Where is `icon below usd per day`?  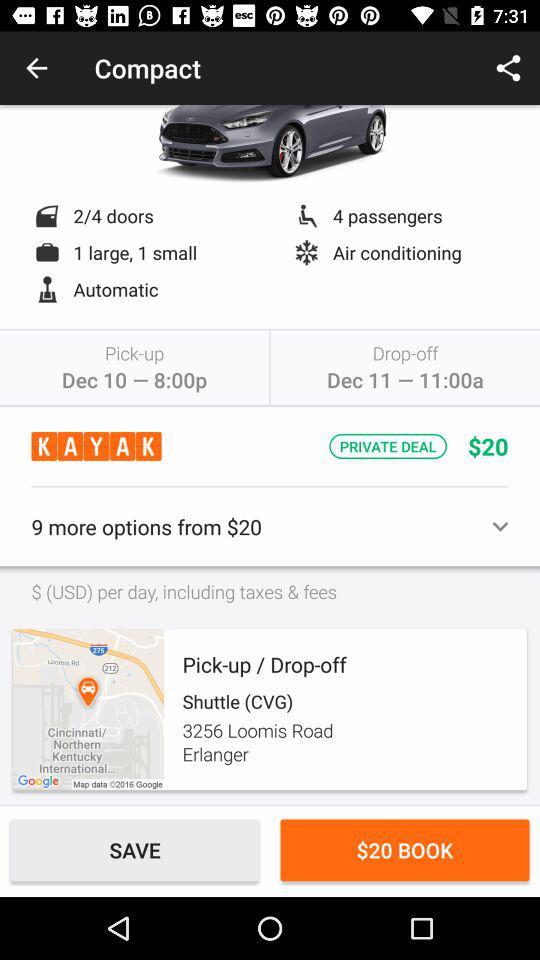 icon below usd per day is located at coordinates (87, 709).